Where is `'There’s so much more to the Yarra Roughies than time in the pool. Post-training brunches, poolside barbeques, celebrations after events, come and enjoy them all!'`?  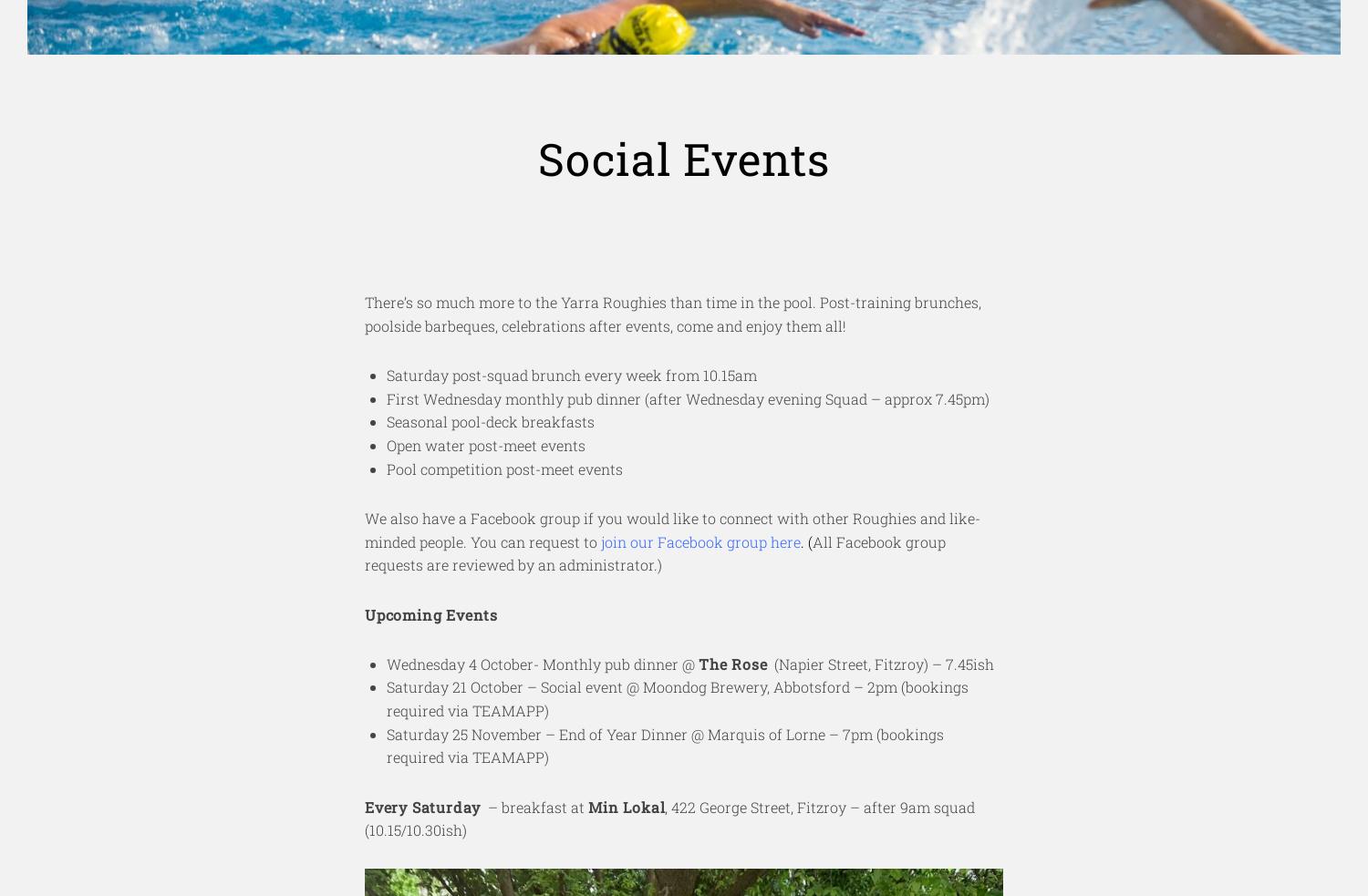
'There’s so much more to the Yarra Roughies than time in the pool. Post-training brunches, poolside barbeques, celebrations after events, come and enjoy them all!' is located at coordinates (672, 312).